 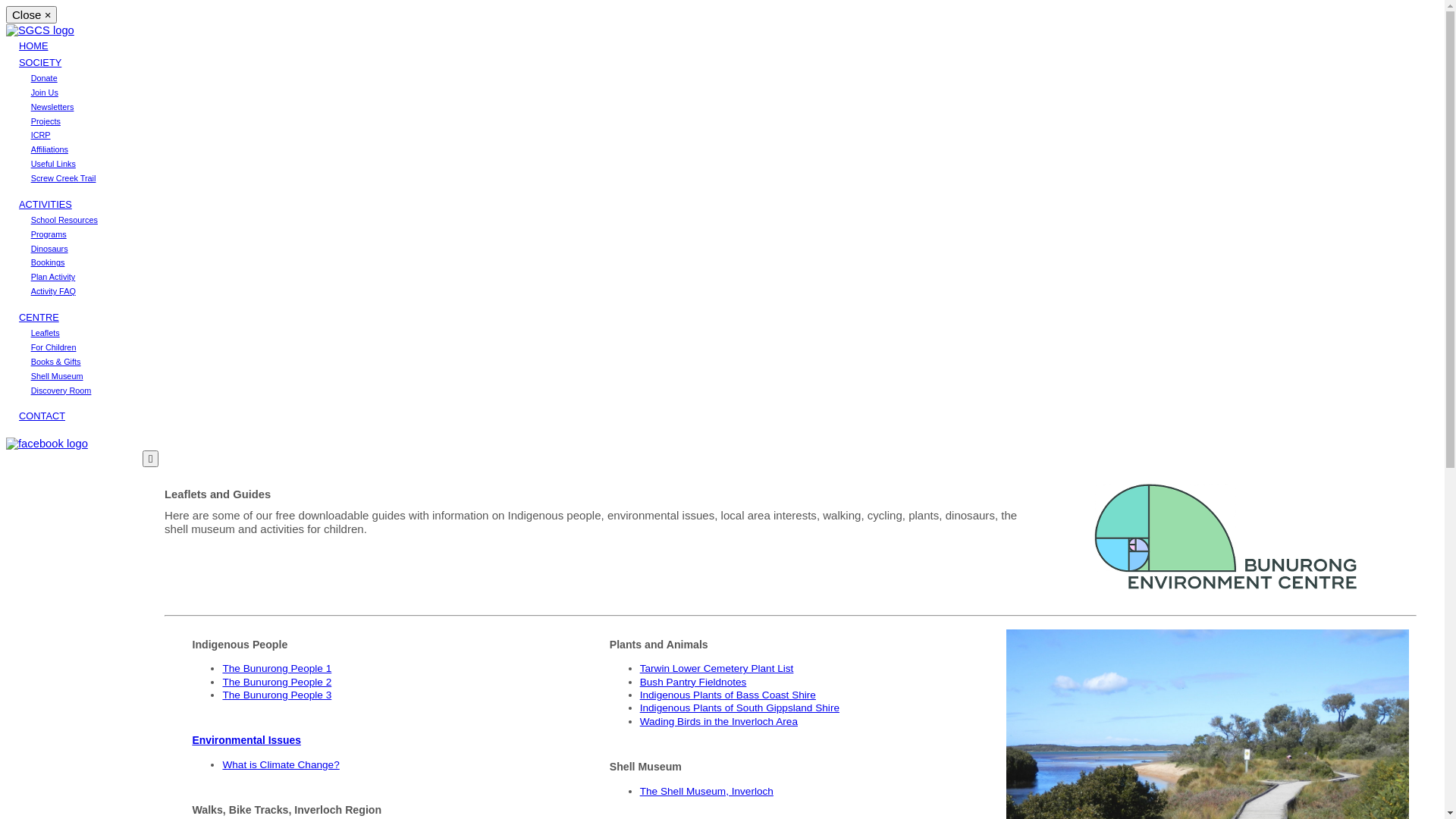 What do you see at coordinates (45, 203) in the screenshot?
I see `'ACTIVITIES'` at bounding box center [45, 203].